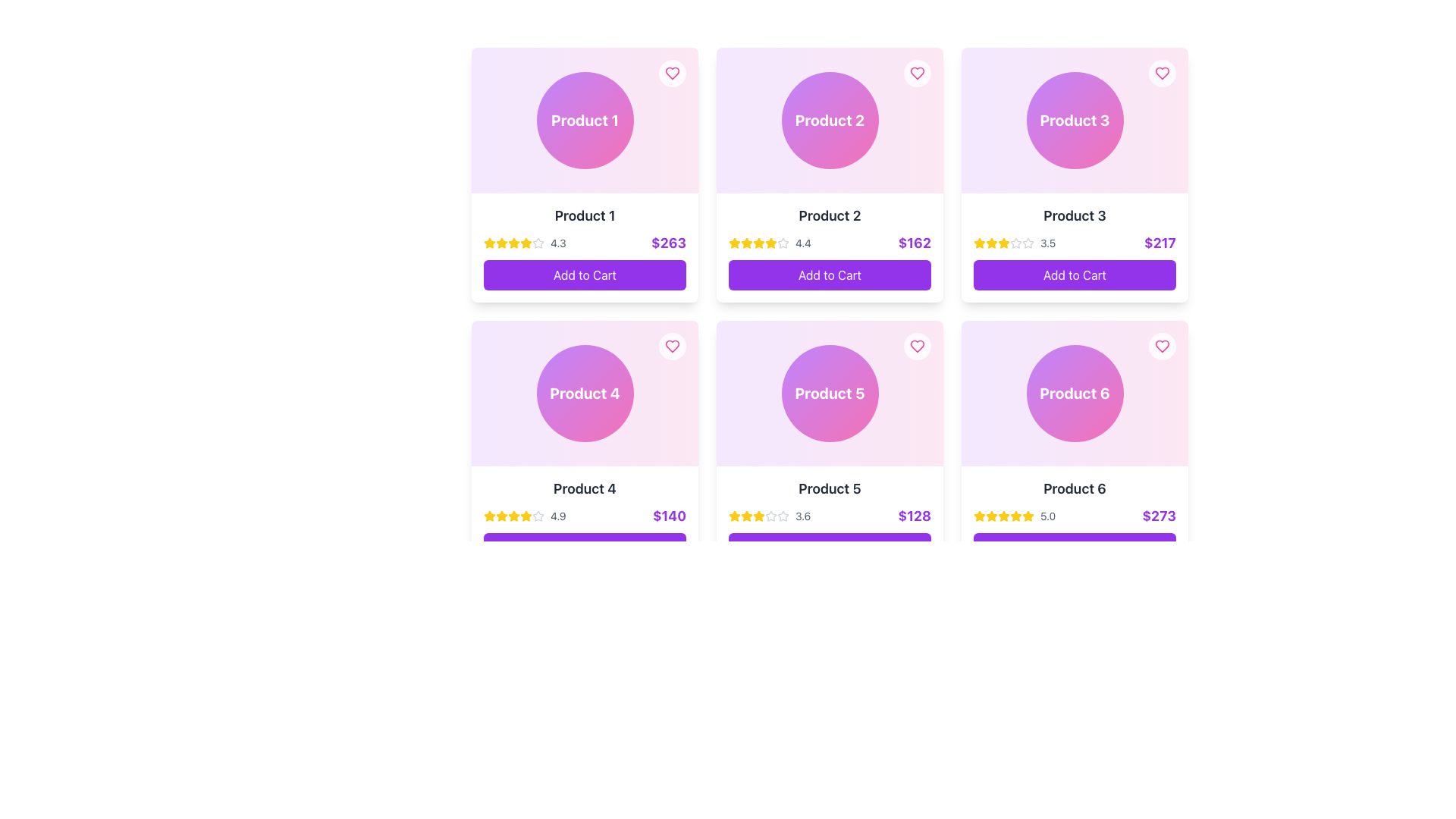 Image resolution: width=1456 pixels, height=819 pixels. I want to click on the image element displaying 'Product 2' located in the center of the second card in the top row of a 3x2 grid layout, so click(829, 119).